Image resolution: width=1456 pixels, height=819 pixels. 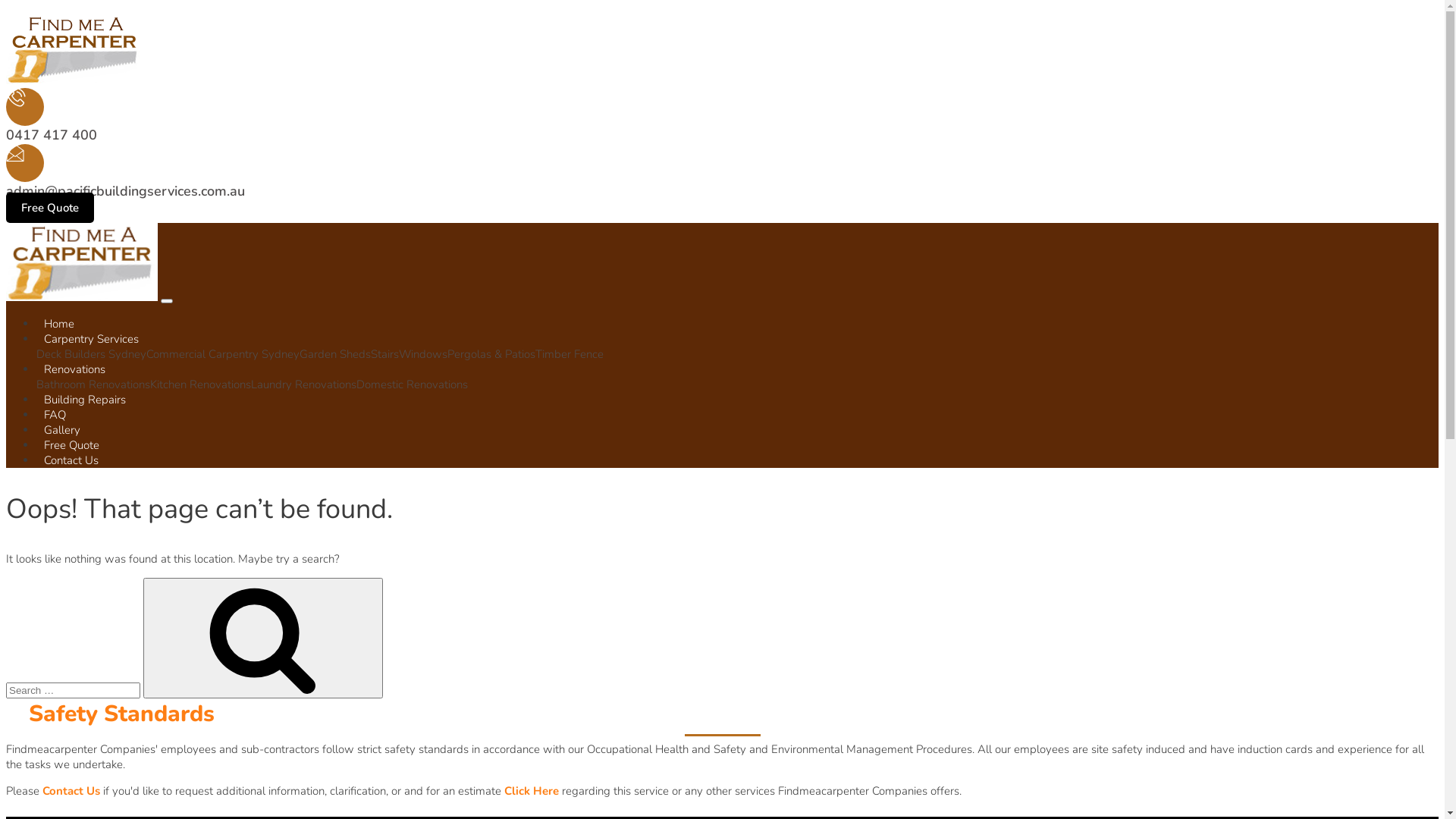 I want to click on 'Pergolas & Patios', so click(x=491, y=353).